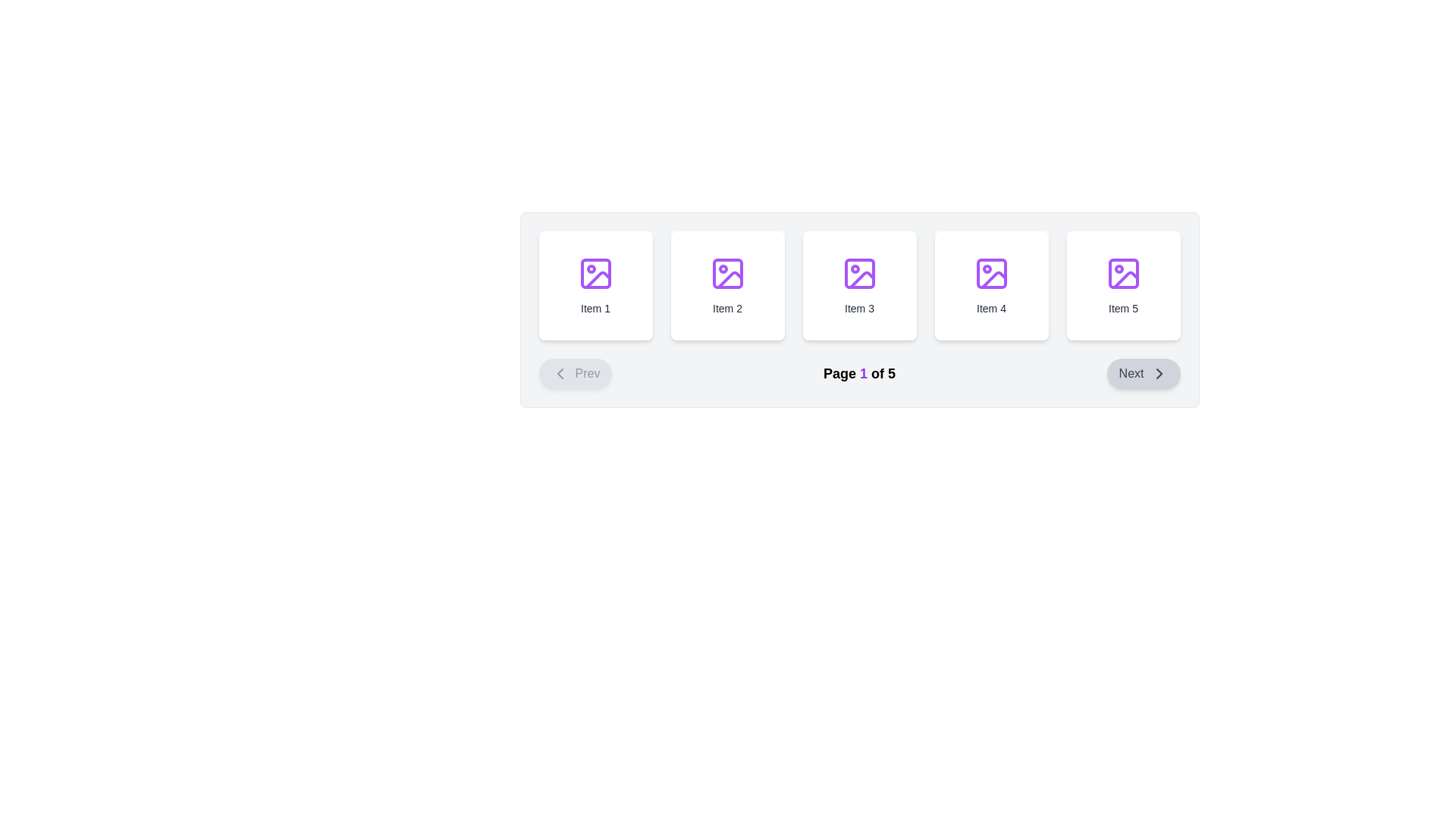 This screenshot has width=1456, height=819. I want to click on the chevron icon located at the leftmost part of the 'Prev' button, which is used for navigating to the previous page in the pagination control, so click(559, 374).